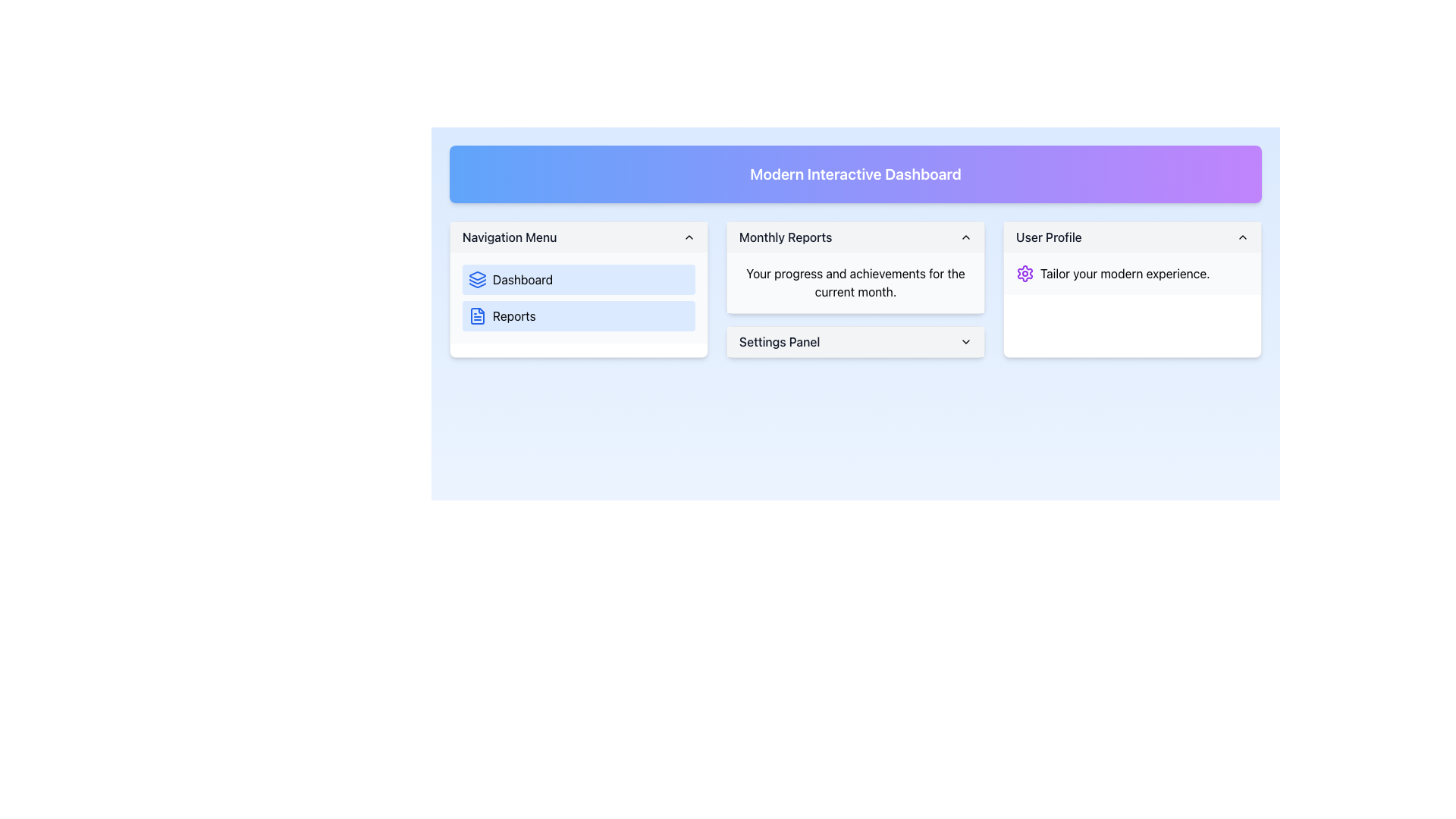 The width and height of the screenshot is (1456, 819). Describe the element at coordinates (1048, 237) in the screenshot. I see `text from the 'User Profile' text label, which is styled in dark gray and positioned at the top right corner of the dashboard within the 'User Profile' card` at that location.